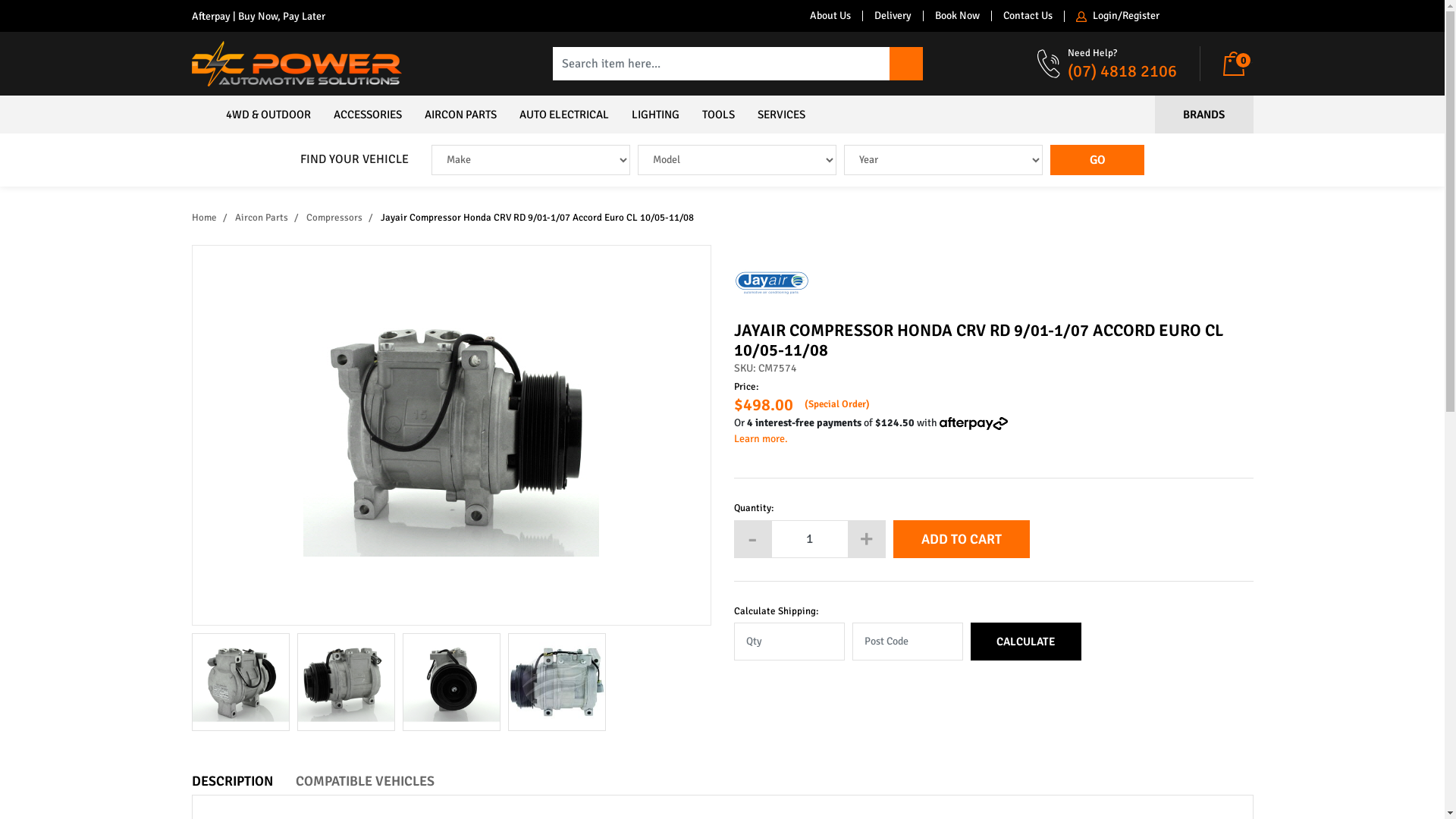  I want to click on 'COMPATIBLE VEHICLES', so click(365, 780).